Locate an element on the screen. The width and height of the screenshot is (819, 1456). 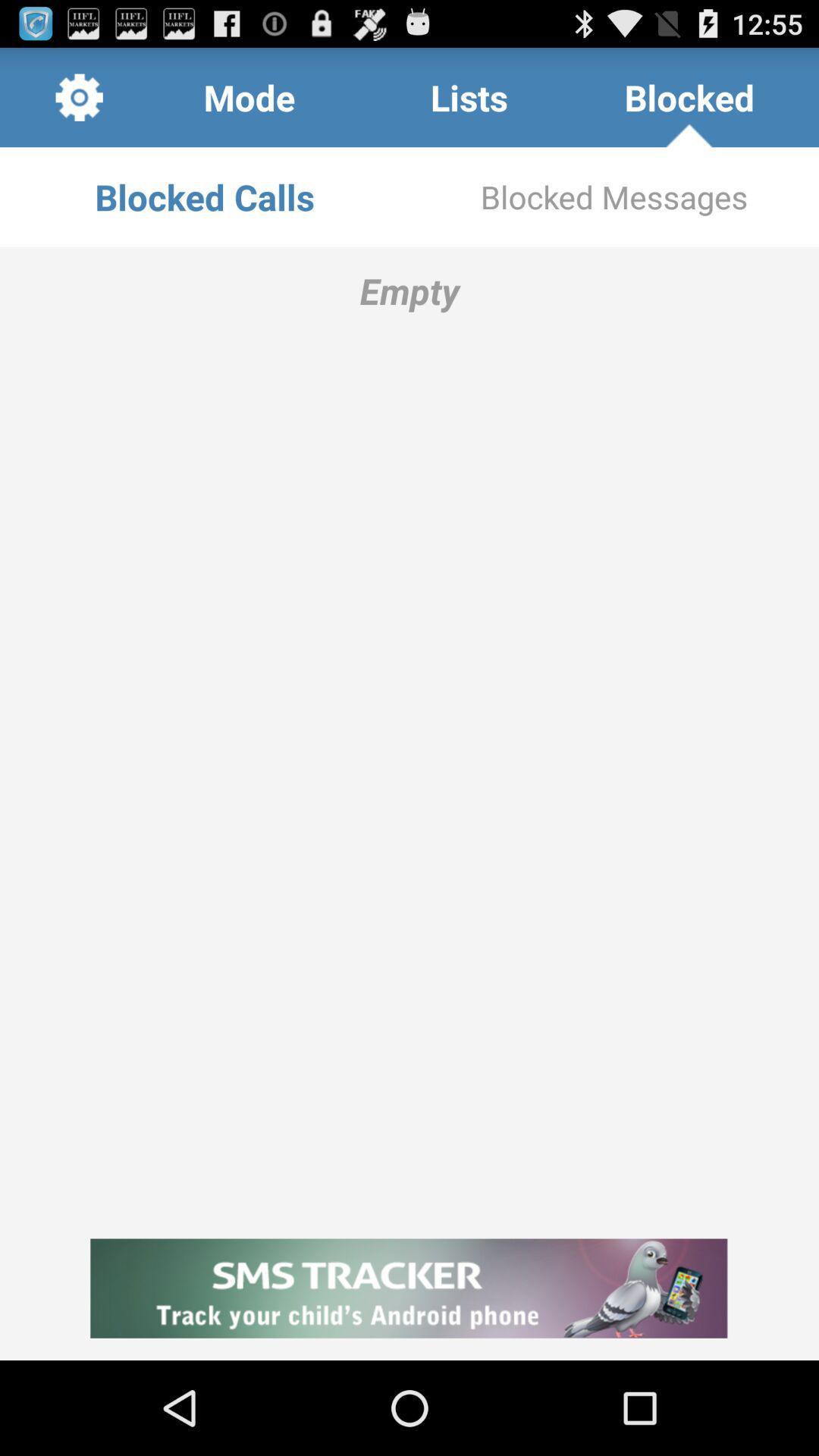
the icon below the lists app is located at coordinates (614, 196).